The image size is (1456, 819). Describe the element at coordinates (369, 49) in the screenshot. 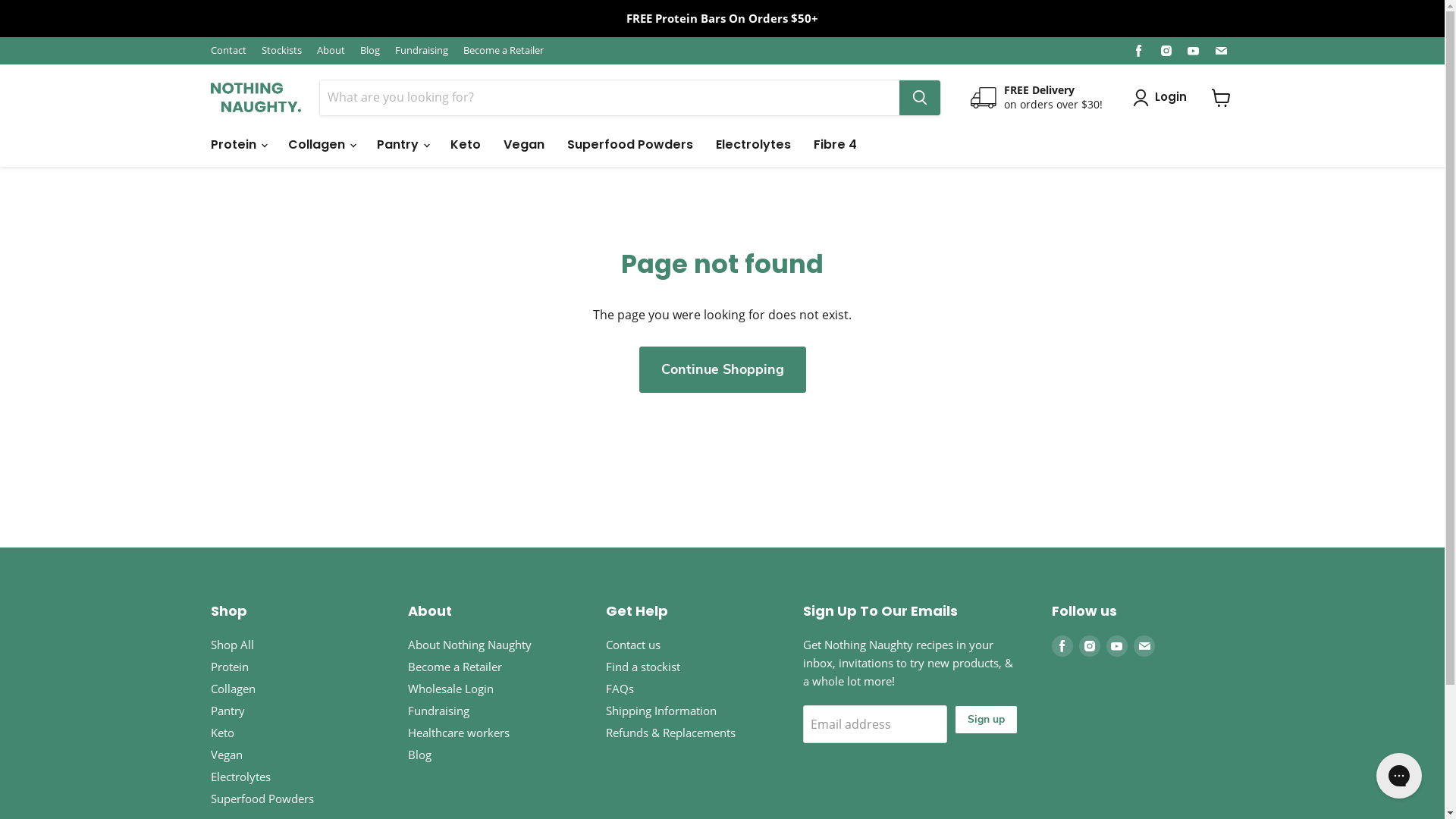

I see `'Blog'` at that location.